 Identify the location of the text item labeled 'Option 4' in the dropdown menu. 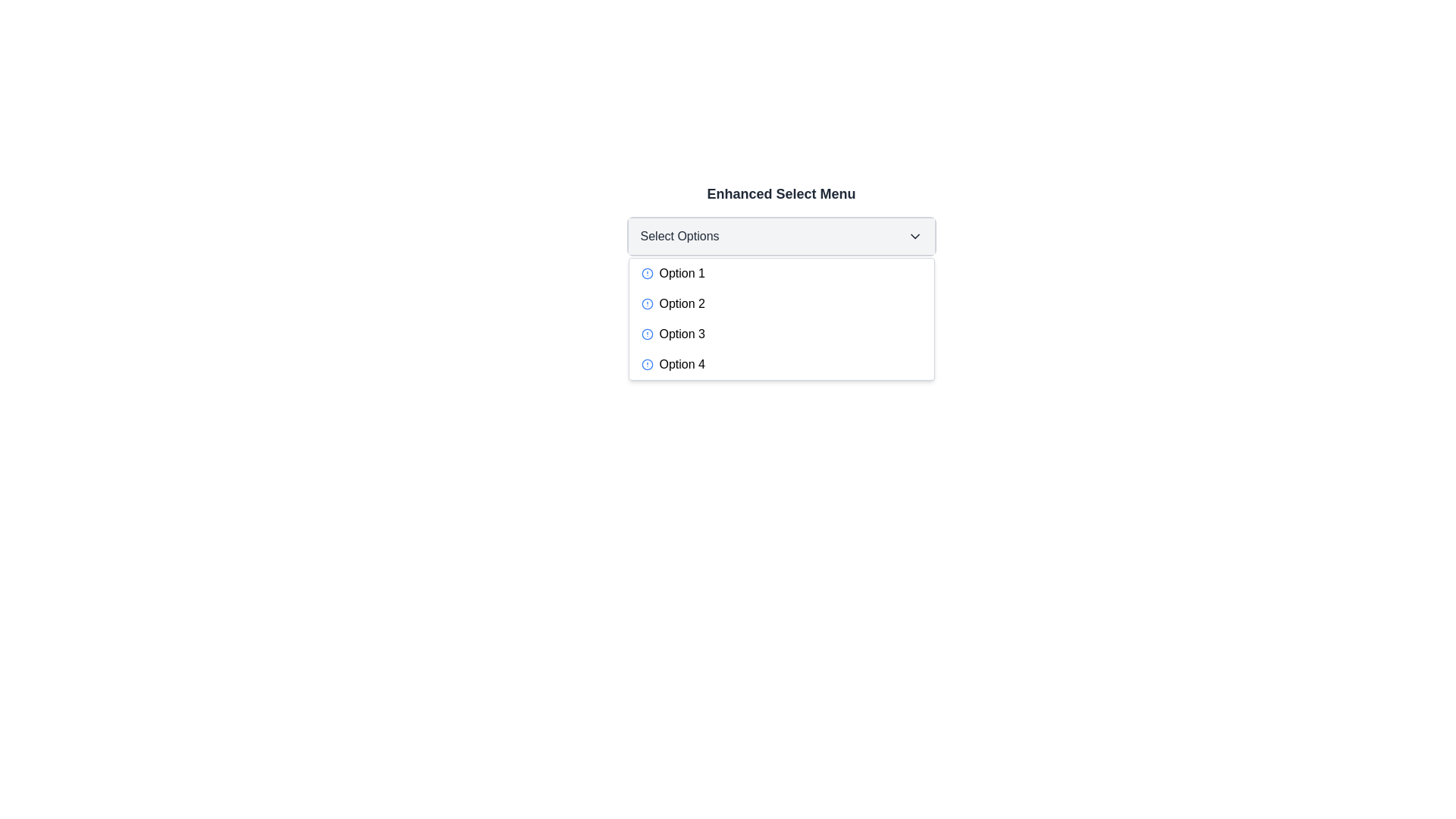
(681, 365).